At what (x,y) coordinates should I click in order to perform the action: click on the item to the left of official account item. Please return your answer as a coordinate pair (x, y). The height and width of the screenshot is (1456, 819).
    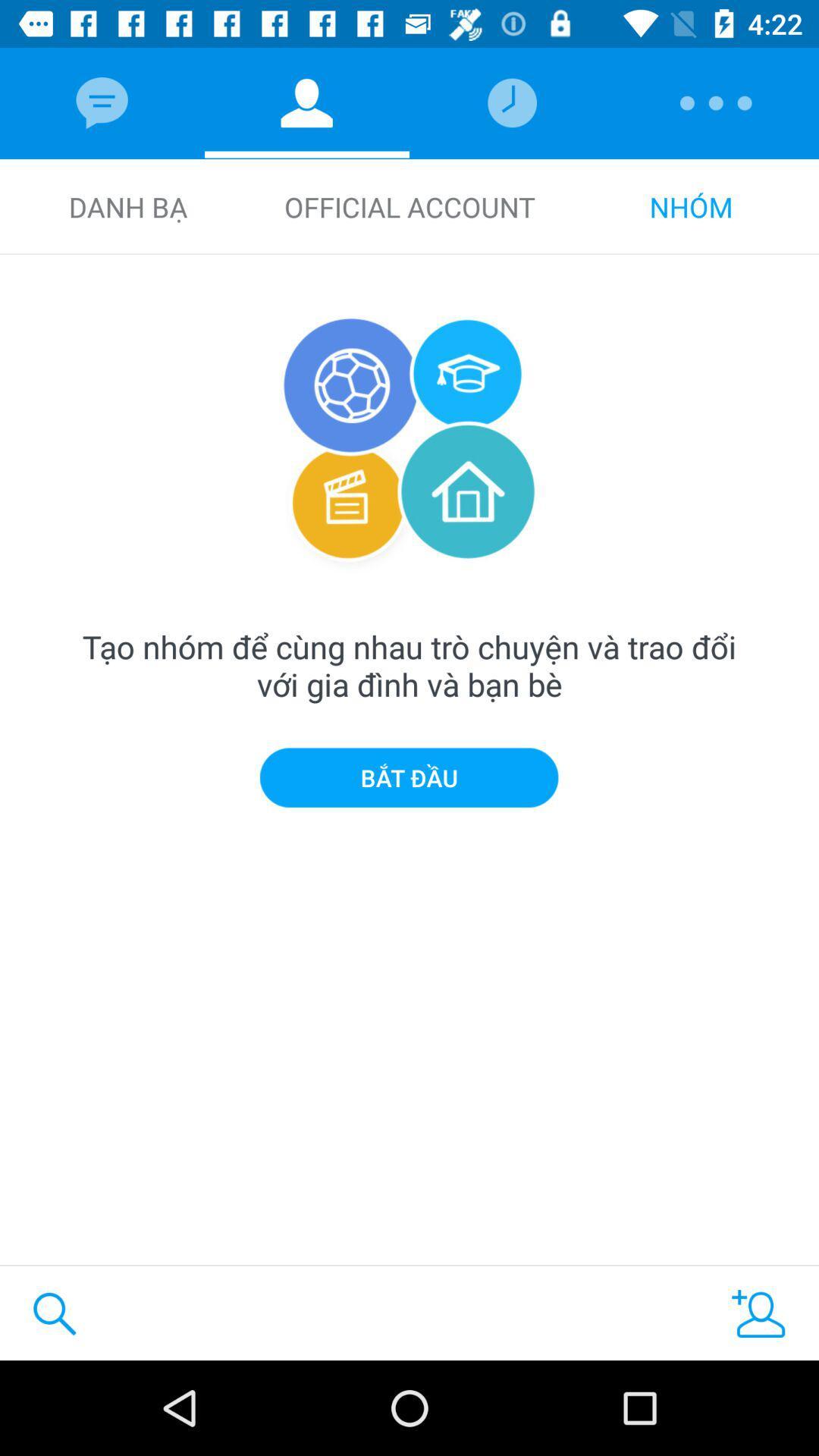
    Looking at the image, I should click on (127, 206).